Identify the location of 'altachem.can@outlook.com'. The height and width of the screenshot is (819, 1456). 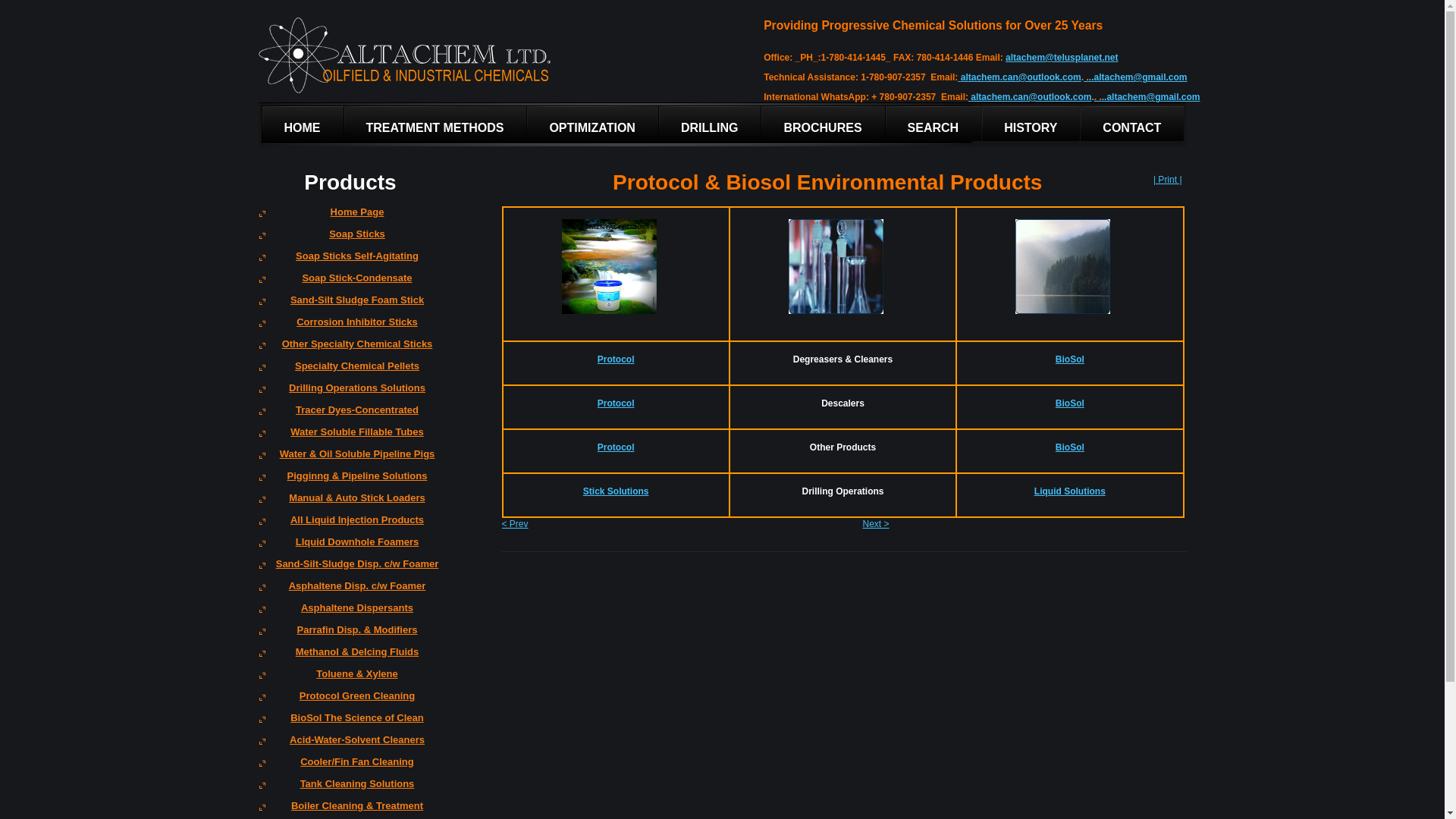
(1031, 96).